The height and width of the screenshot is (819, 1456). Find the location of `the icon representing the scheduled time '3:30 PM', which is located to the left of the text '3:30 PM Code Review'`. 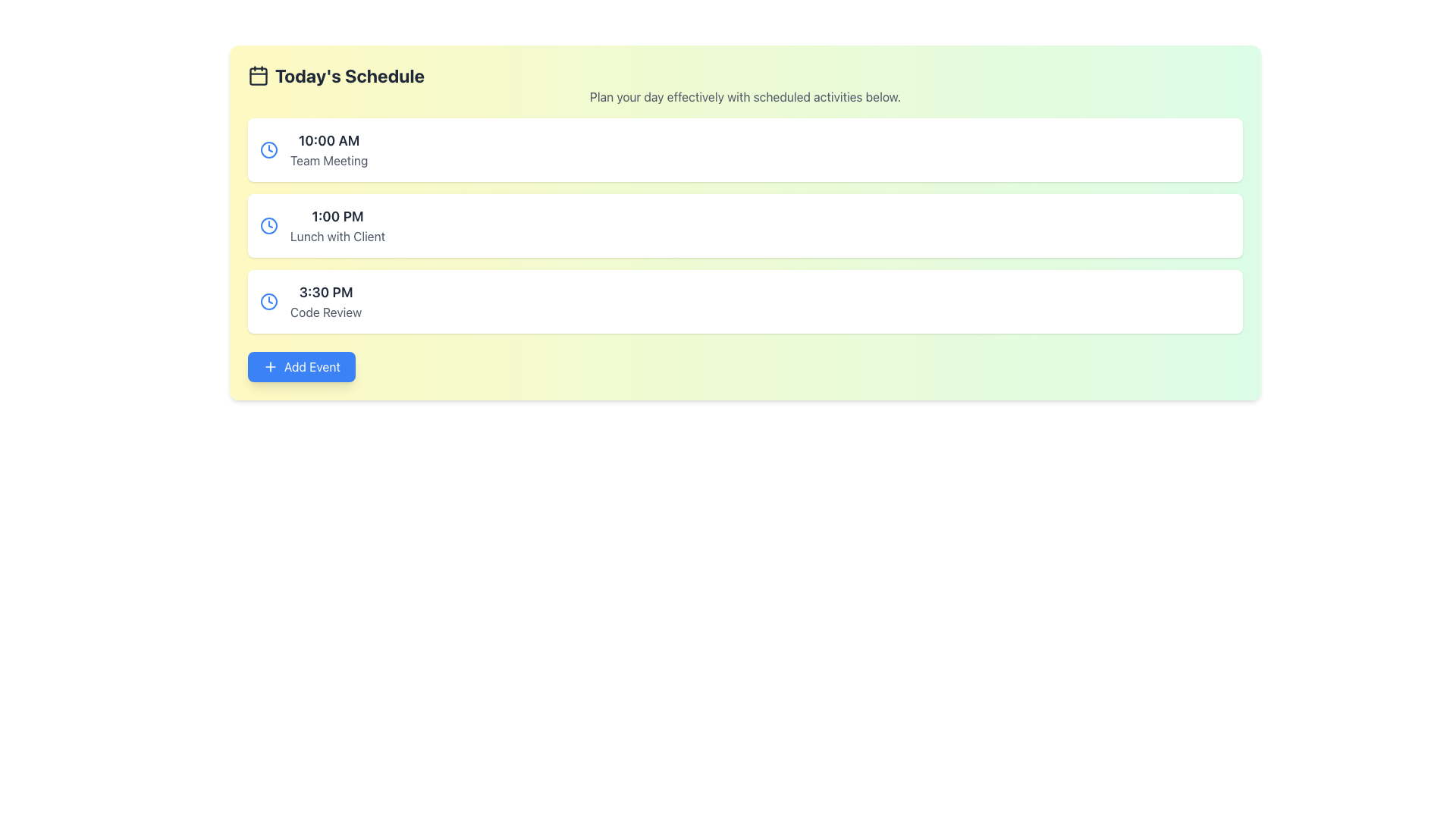

the icon representing the scheduled time '3:30 PM', which is located to the left of the text '3:30 PM Code Review' is located at coordinates (269, 301).